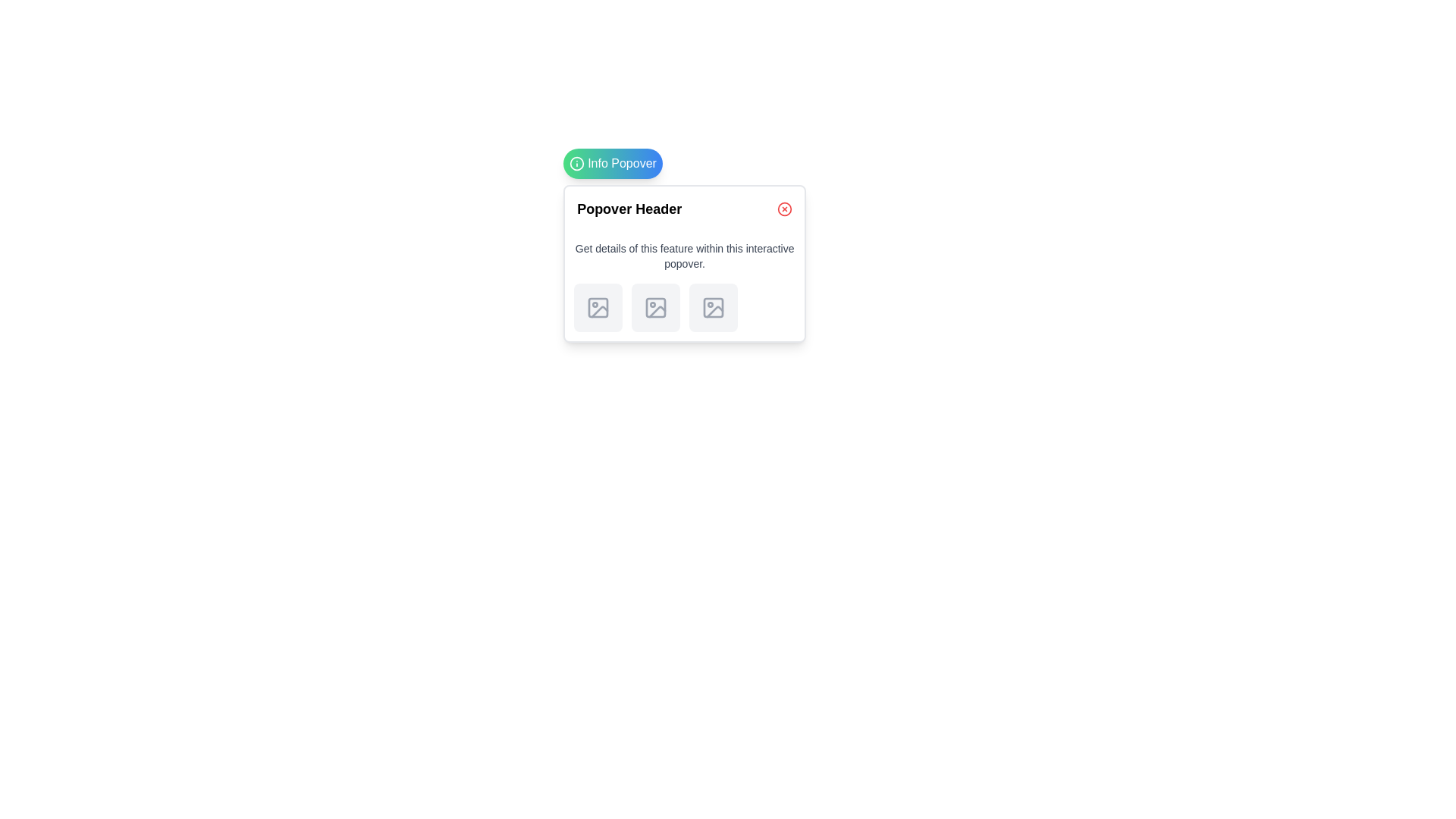 This screenshot has height=819, width=1456. What do you see at coordinates (629, 209) in the screenshot?
I see `header text located at the top left of the popover component, which indicates its title or purpose` at bounding box center [629, 209].